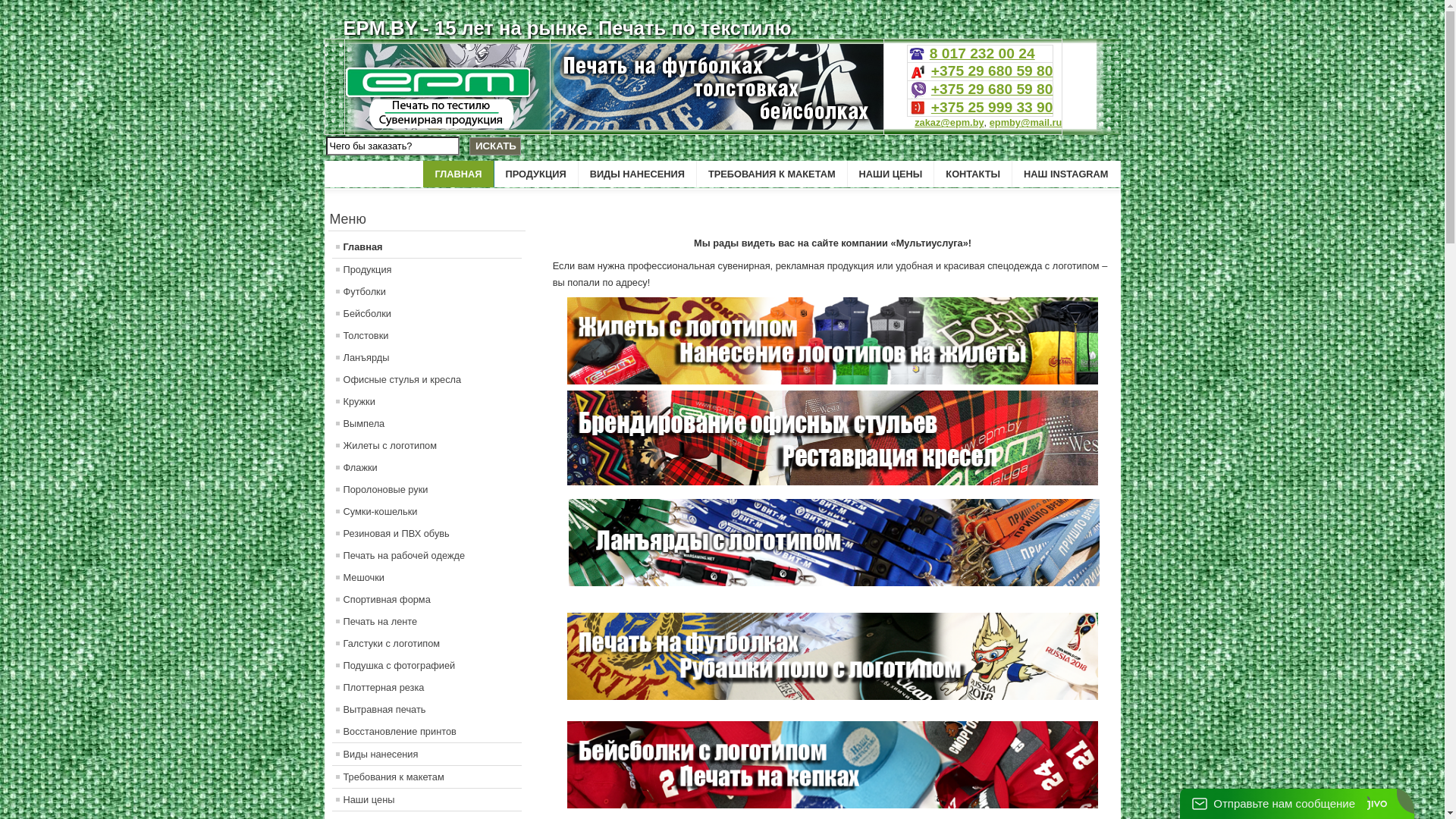 The image size is (1456, 819). Describe the element at coordinates (992, 106) in the screenshot. I see `'+375 25 999 33 90'` at that location.